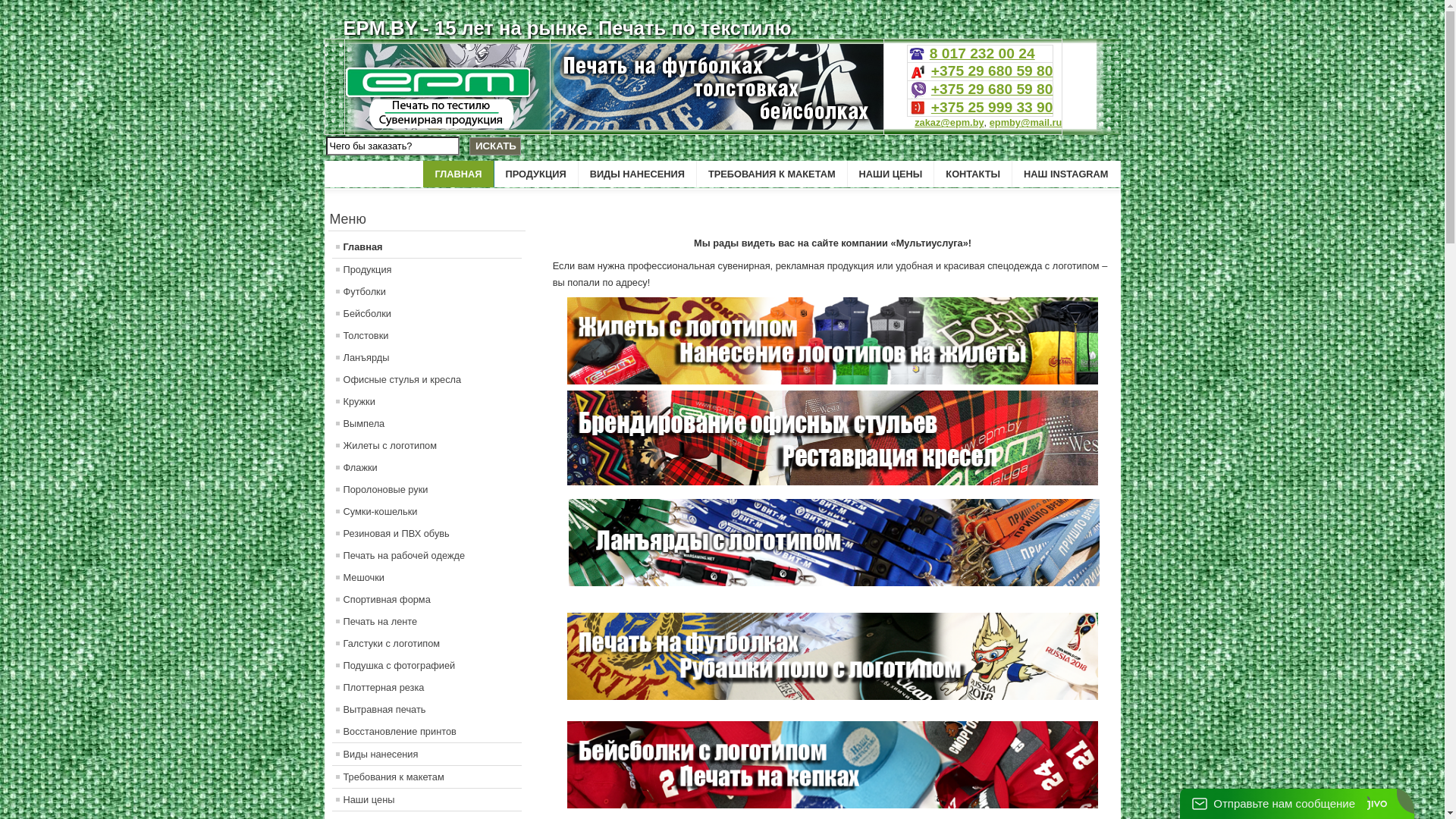 The image size is (1456, 819). Describe the element at coordinates (992, 106) in the screenshot. I see `'+375 25 999 33 90'` at that location.